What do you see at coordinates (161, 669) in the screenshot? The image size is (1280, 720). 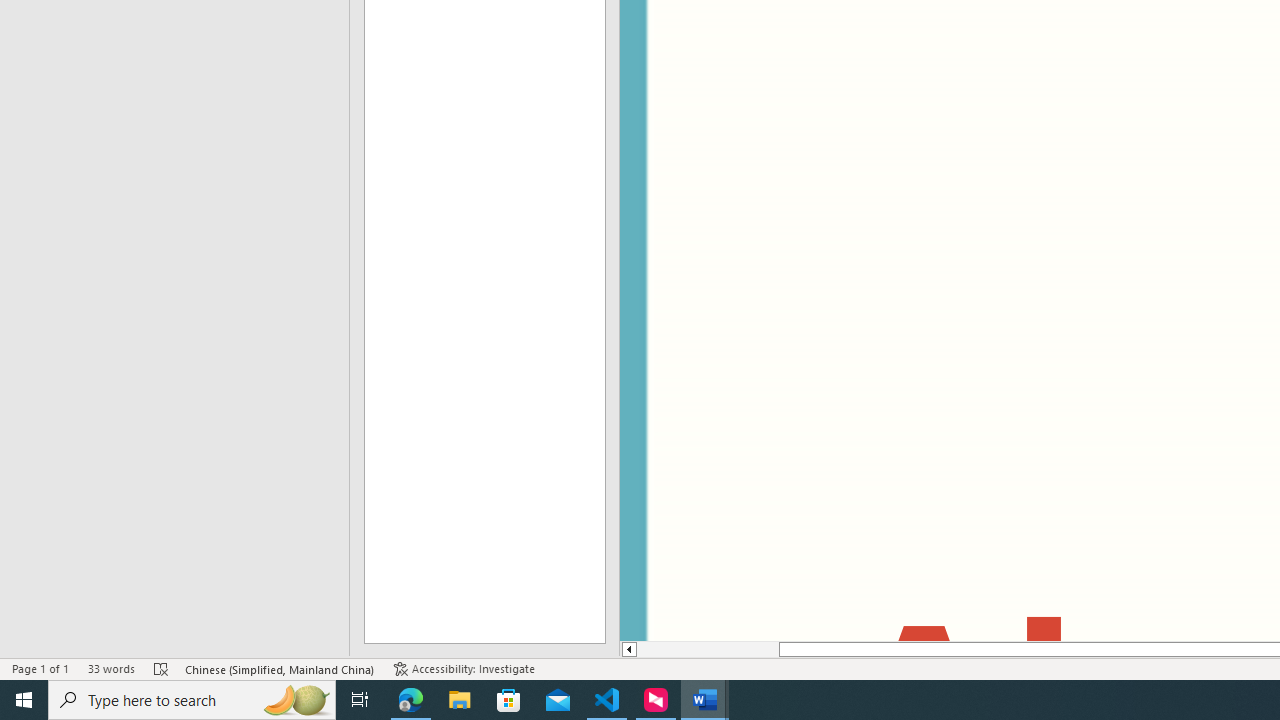 I see `'Spelling and Grammar Check Errors'` at bounding box center [161, 669].